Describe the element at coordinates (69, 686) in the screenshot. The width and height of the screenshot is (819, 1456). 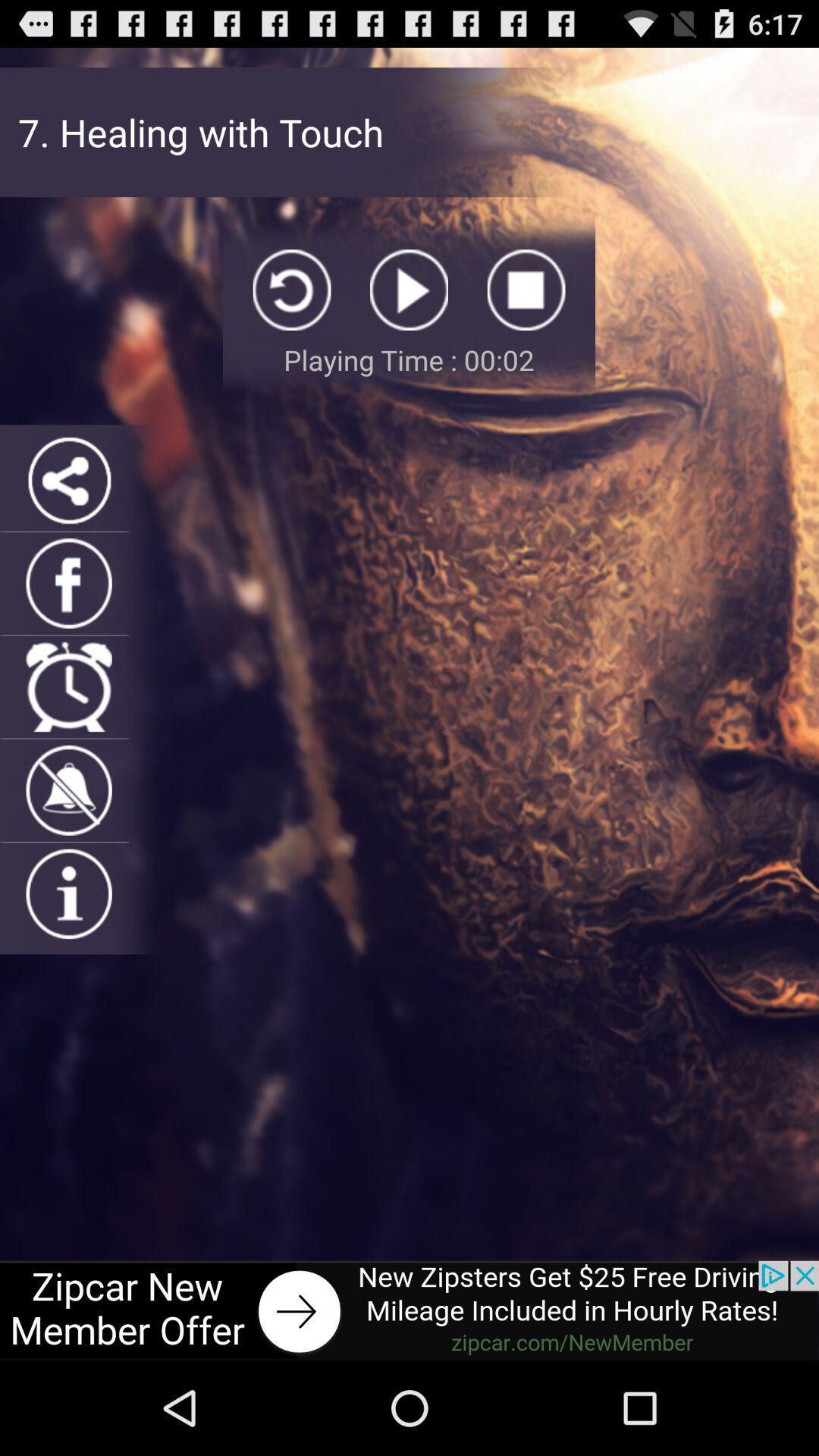
I see `alarm feature` at that location.